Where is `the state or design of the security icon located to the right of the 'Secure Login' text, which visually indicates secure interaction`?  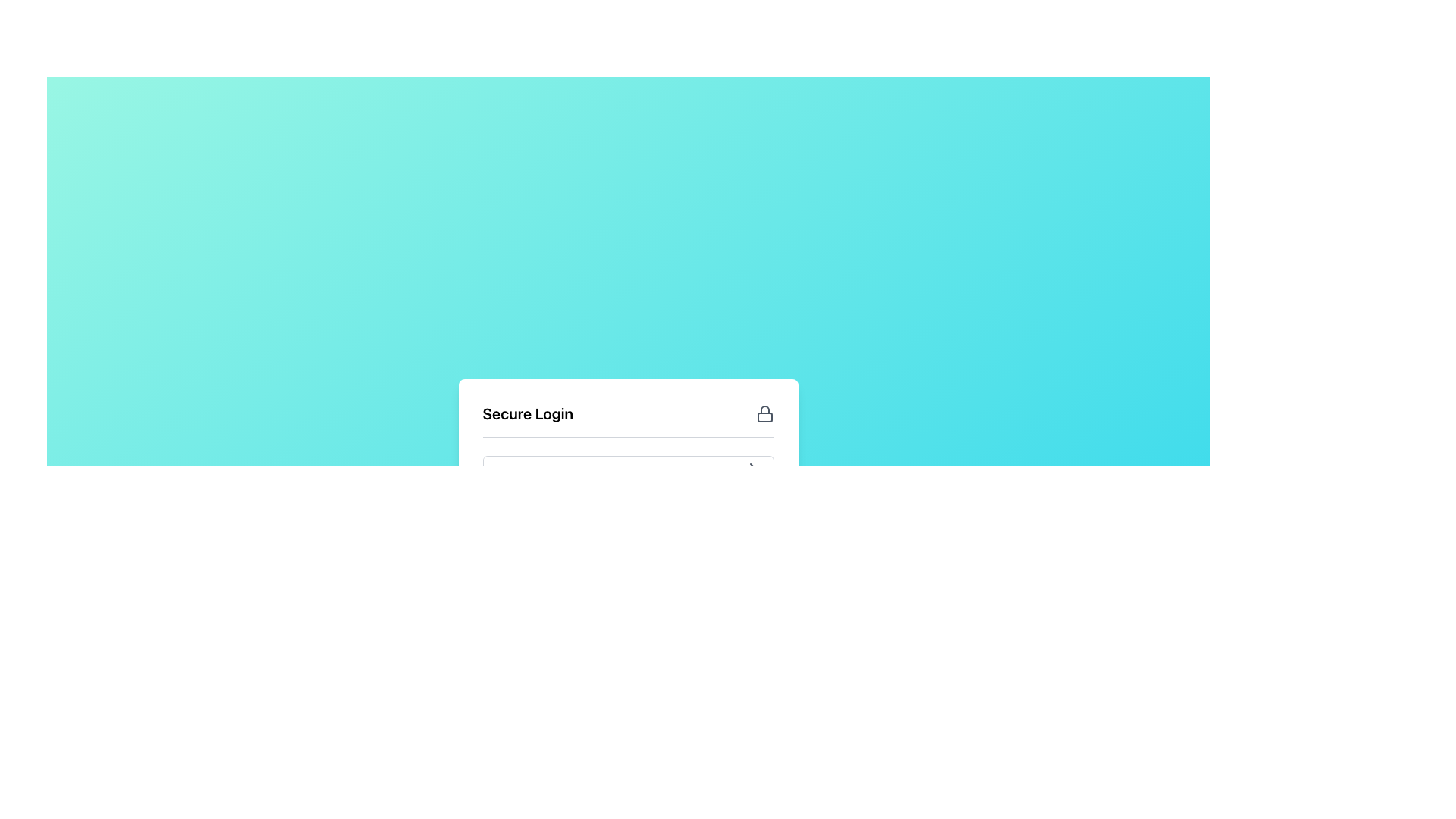
the state or design of the security icon located to the right of the 'Secure Login' text, which visually indicates secure interaction is located at coordinates (764, 413).